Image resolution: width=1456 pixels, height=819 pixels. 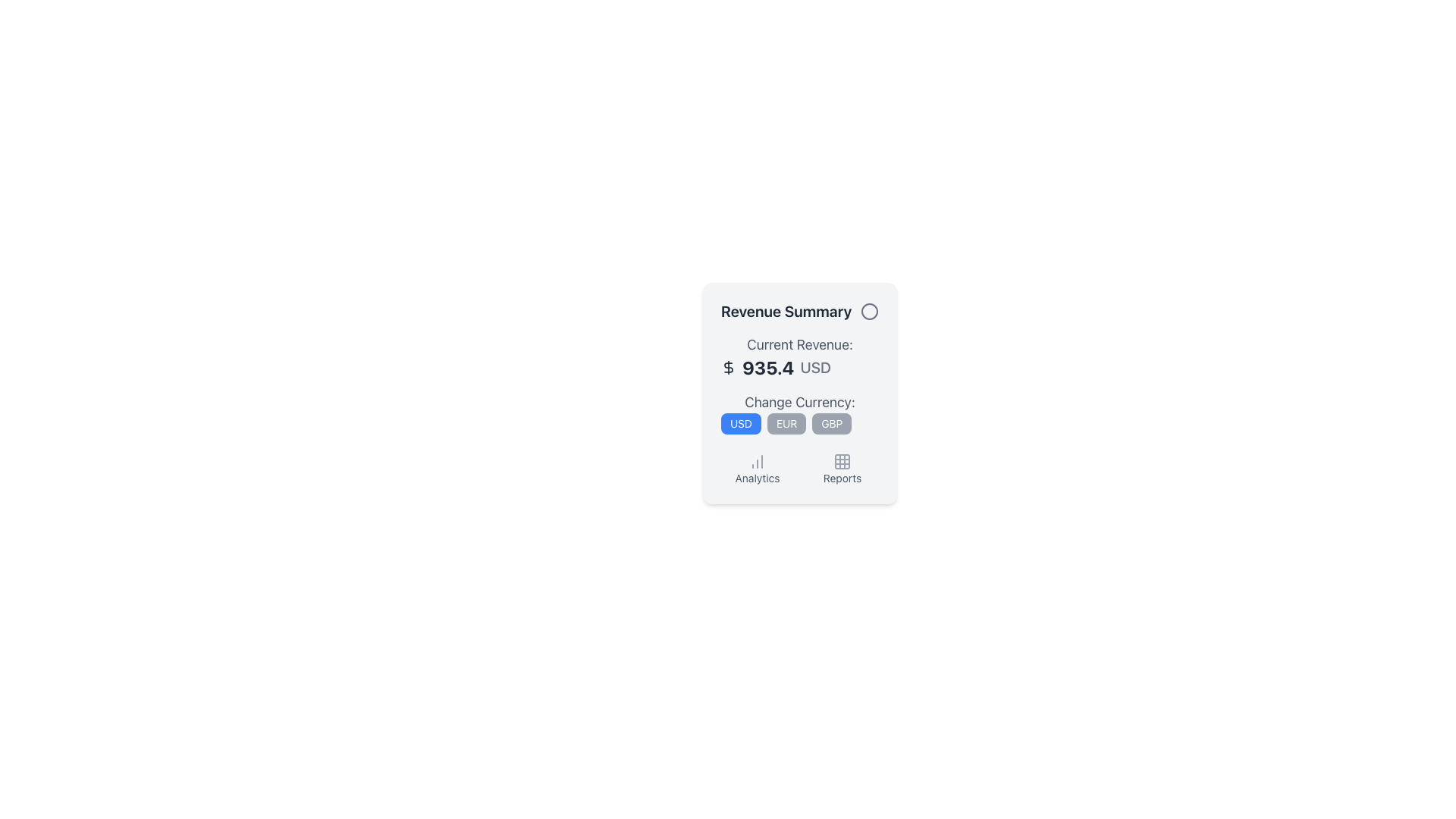 What do you see at coordinates (757, 461) in the screenshot?
I see `the gray bar chart icon representing 'Analytics'` at bounding box center [757, 461].